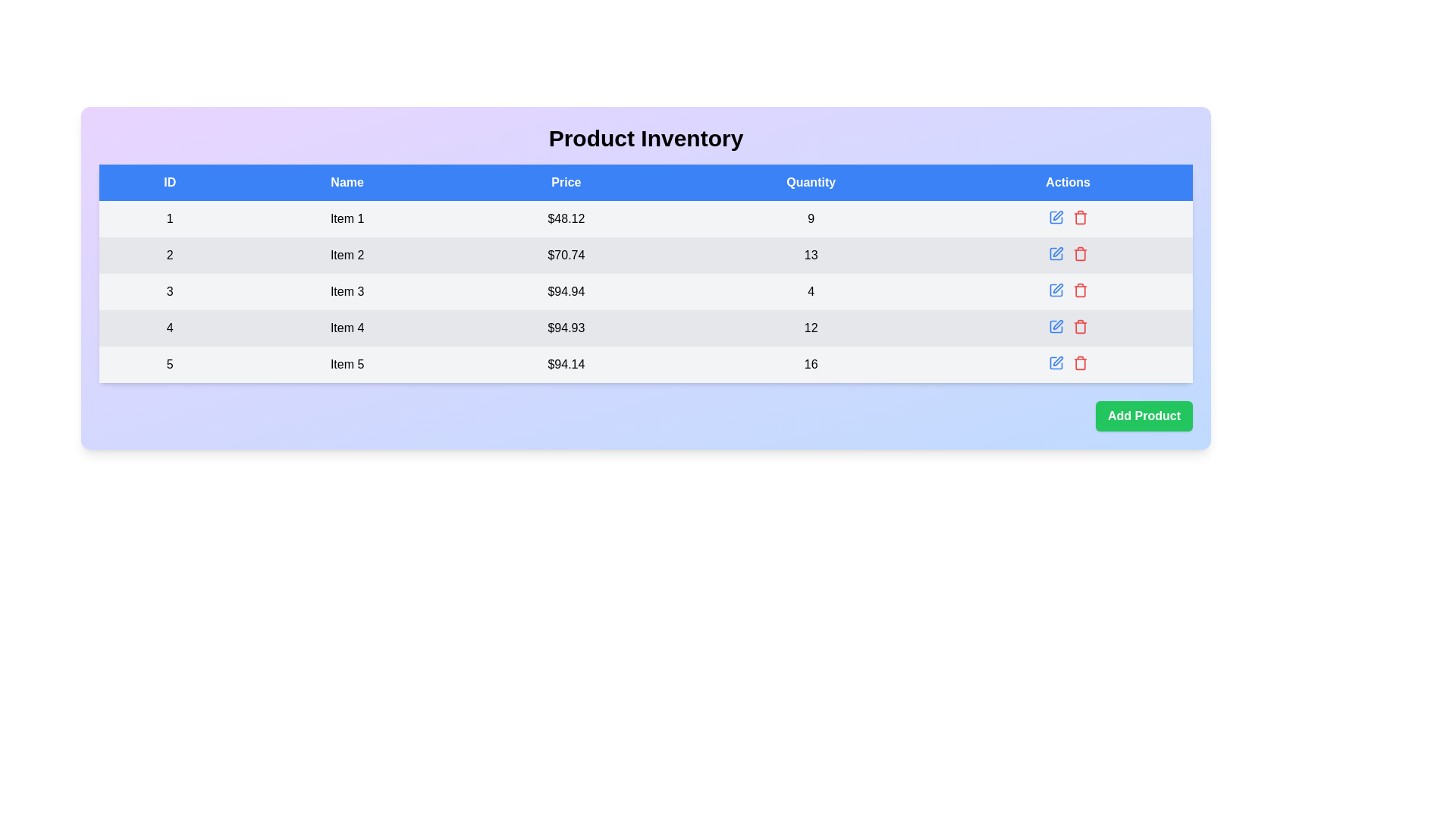 The width and height of the screenshot is (1456, 819). Describe the element at coordinates (347, 181) in the screenshot. I see `the header cell labeled 'Name' which is the second column header in a table layout, displayed in white text on a blue background` at that location.